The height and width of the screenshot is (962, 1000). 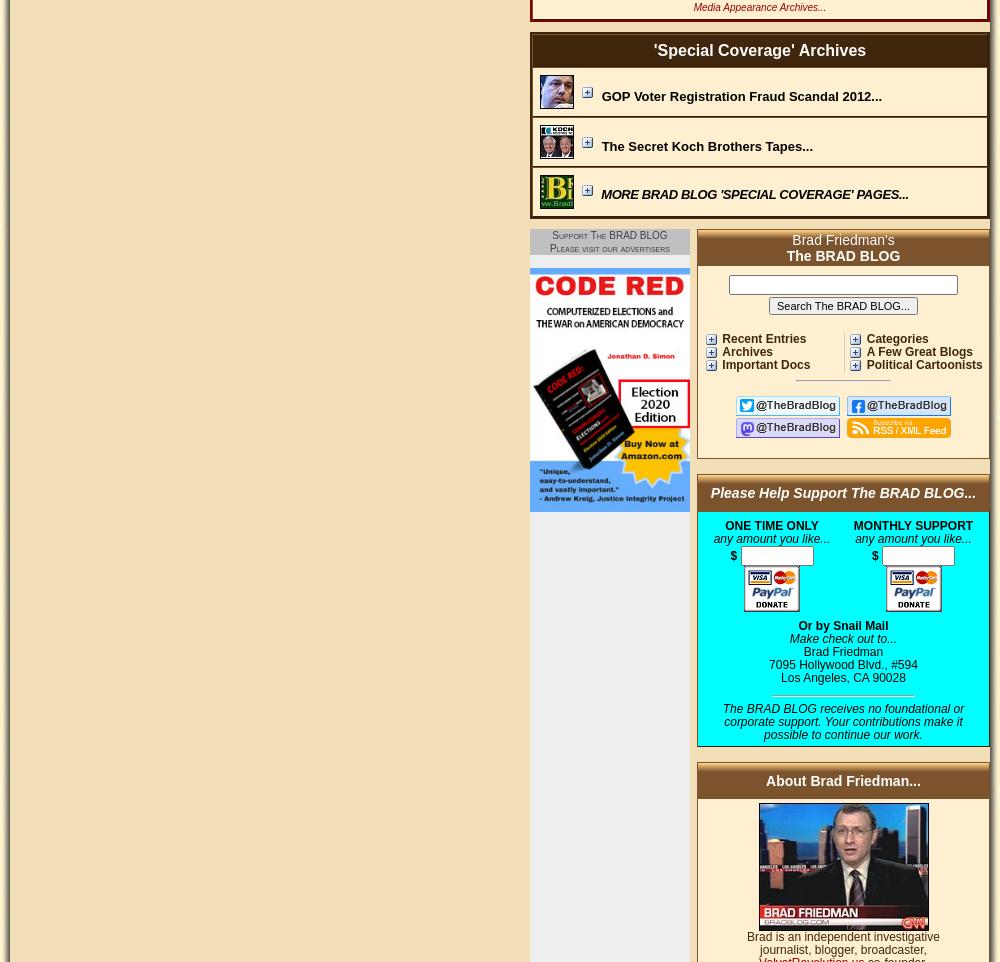 What do you see at coordinates (764, 339) in the screenshot?
I see `'Recent Entries'` at bounding box center [764, 339].